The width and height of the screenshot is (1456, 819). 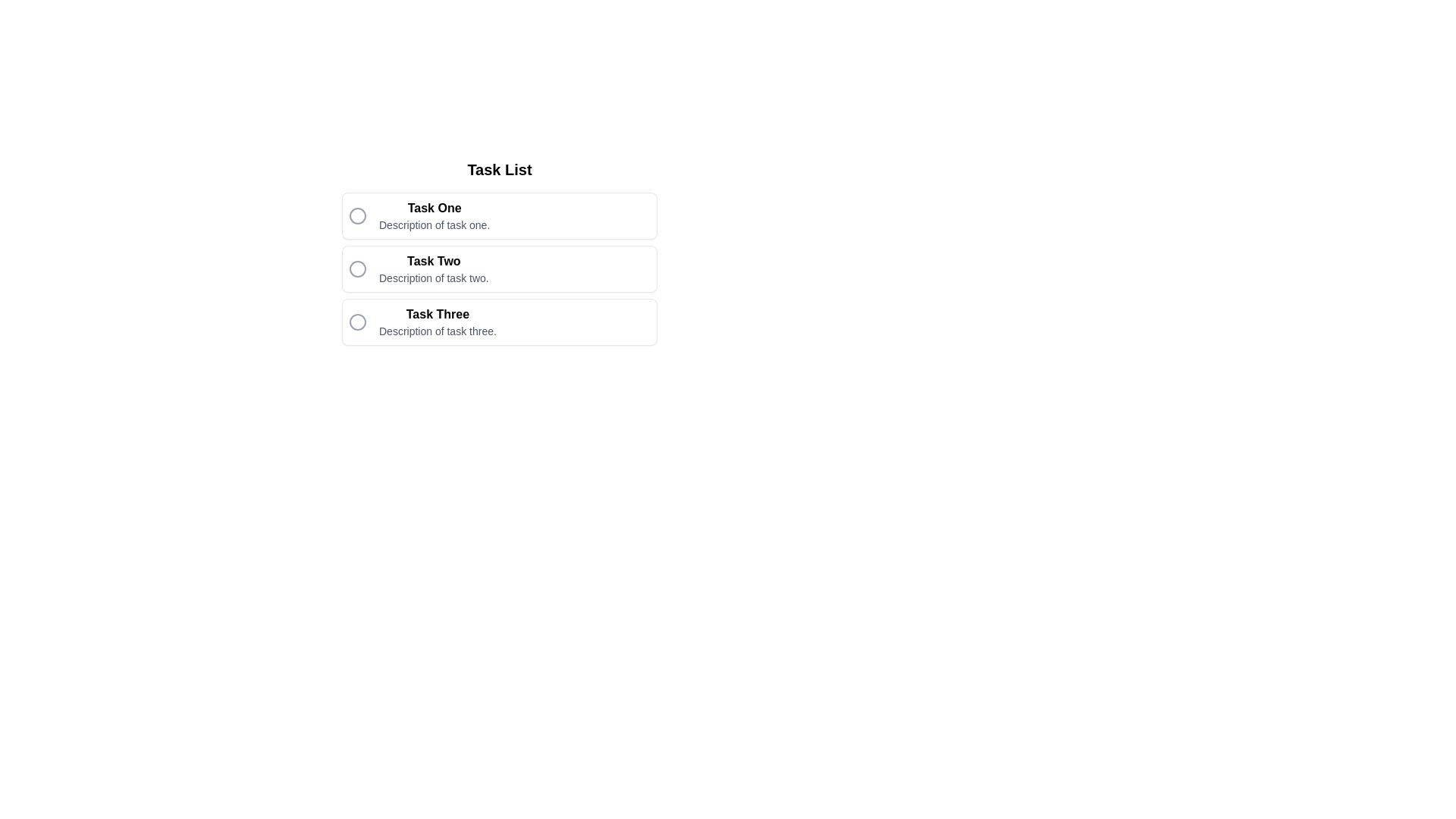 What do you see at coordinates (499, 268) in the screenshot?
I see `the second list item containing the task title 'Task Two' and its description to interact with the task` at bounding box center [499, 268].